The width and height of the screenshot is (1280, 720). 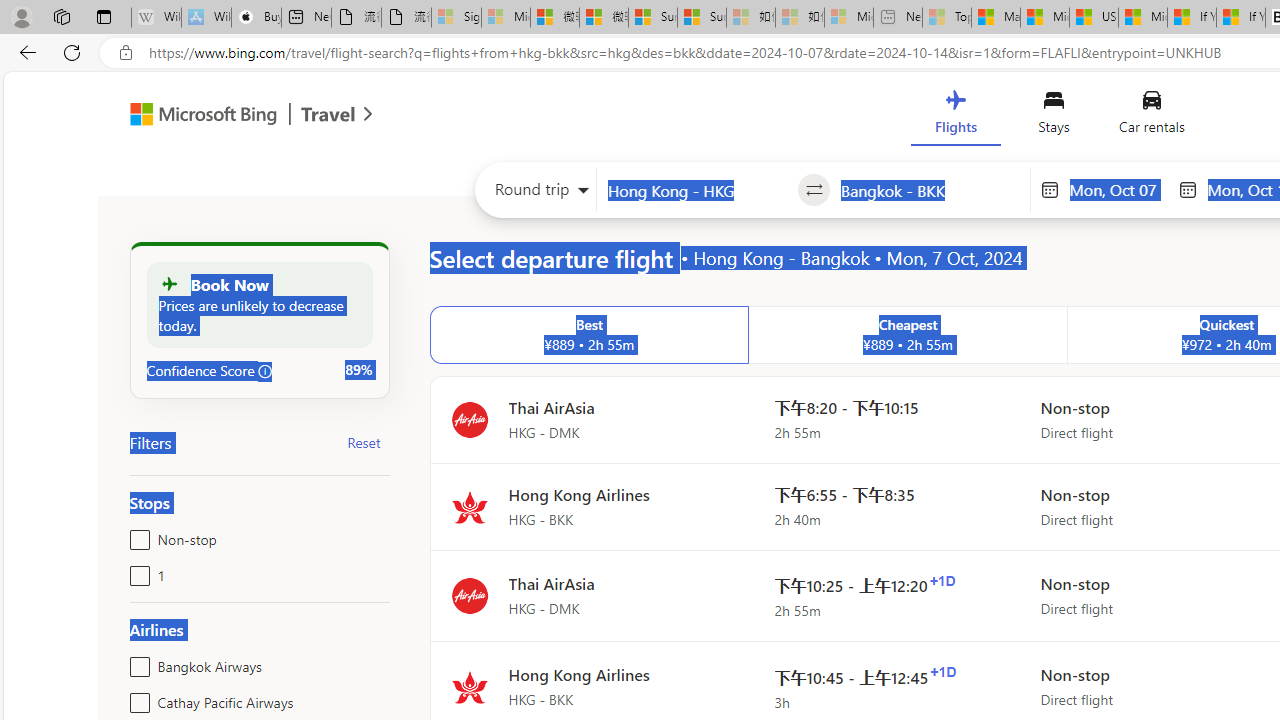 What do you see at coordinates (814, 190) in the screenshot?
I see `'Swap source and destination'` at bounding box center [814, 190].